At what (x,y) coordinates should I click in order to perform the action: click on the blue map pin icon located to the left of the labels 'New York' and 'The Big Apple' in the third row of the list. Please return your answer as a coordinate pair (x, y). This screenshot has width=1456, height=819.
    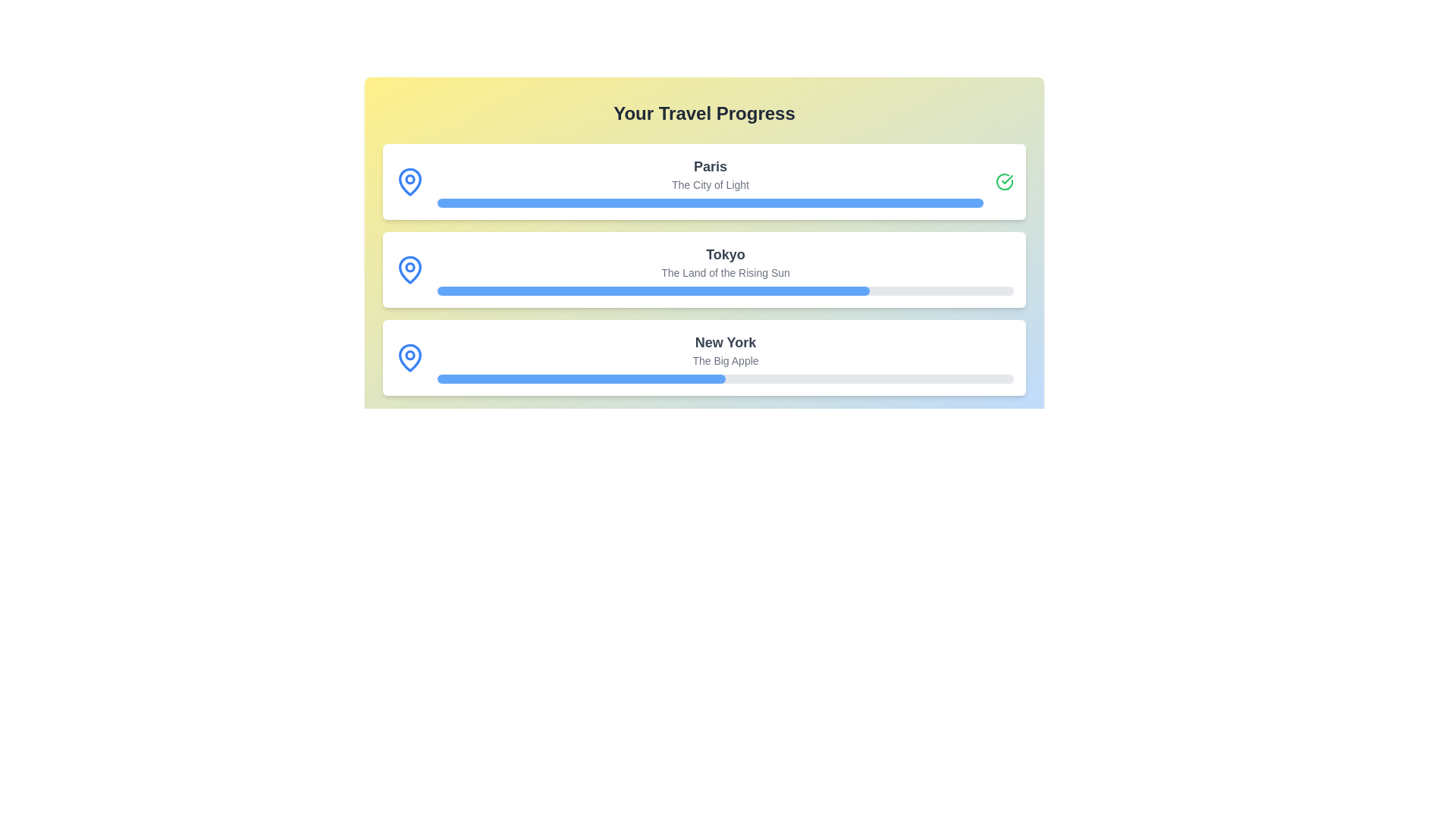
    Looking at the image, I should click on (410, 357).